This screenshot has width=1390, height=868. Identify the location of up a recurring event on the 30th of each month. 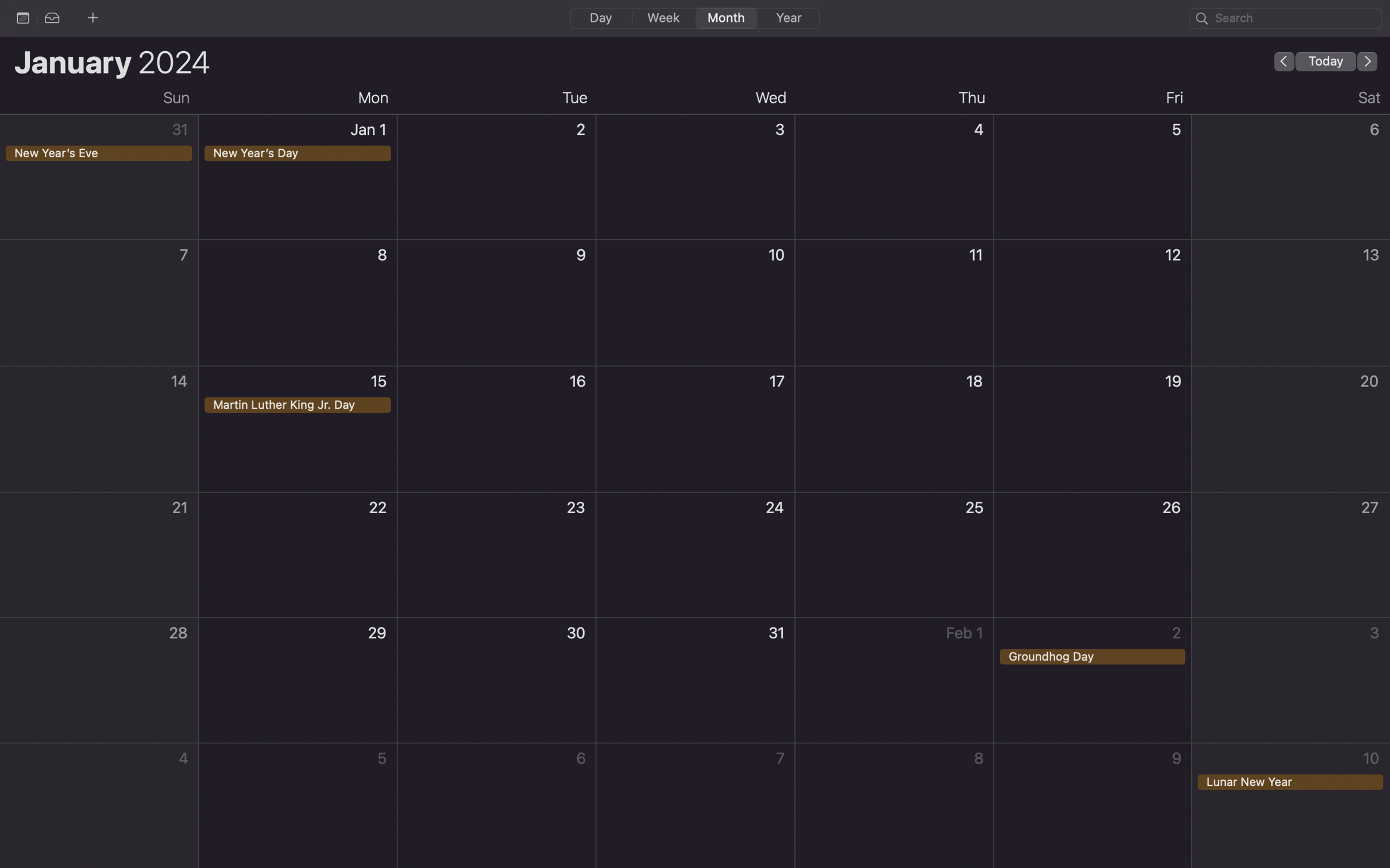
(497, 681).